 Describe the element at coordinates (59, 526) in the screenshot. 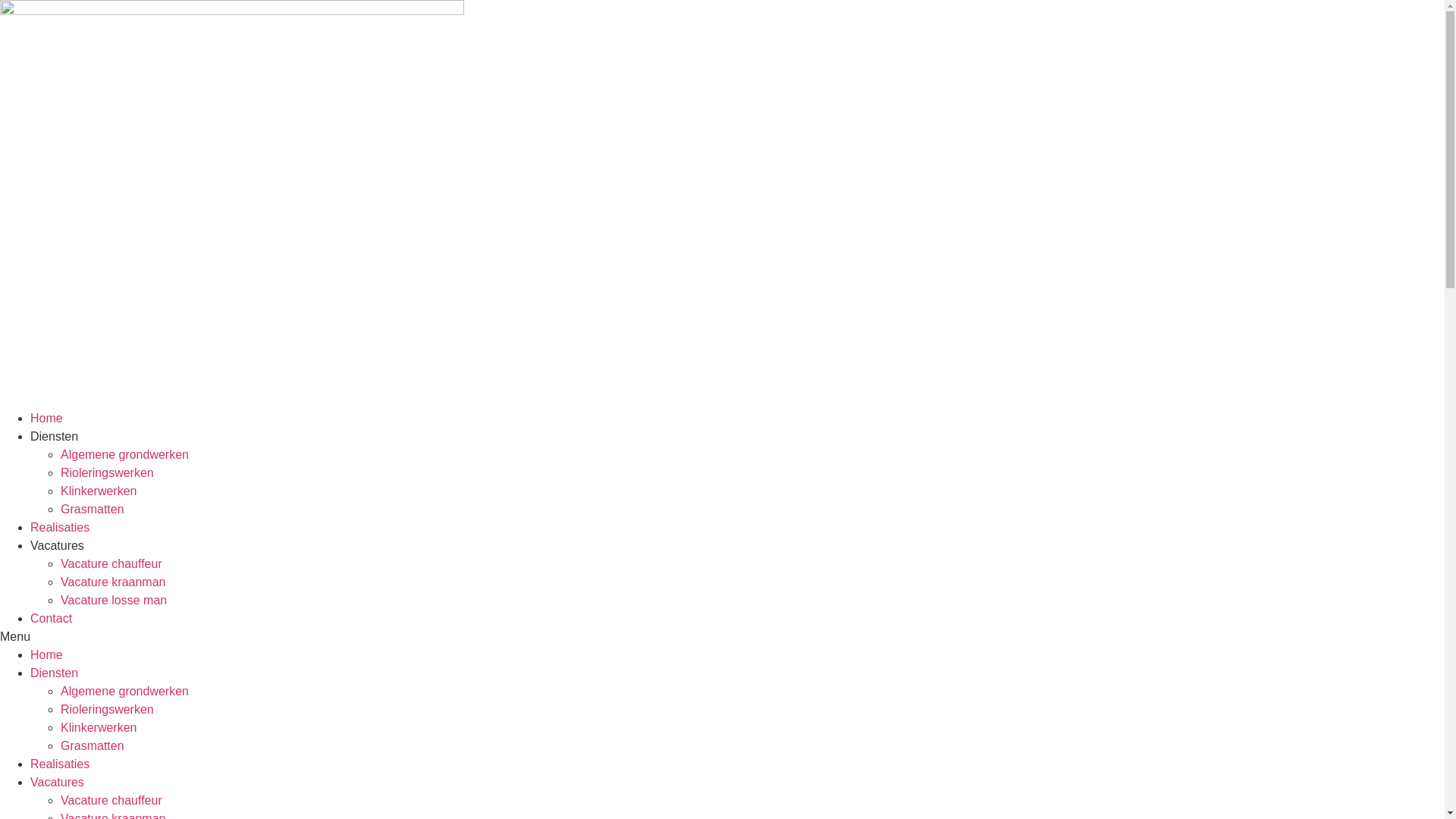

I see `'Realisaties'` at that location.